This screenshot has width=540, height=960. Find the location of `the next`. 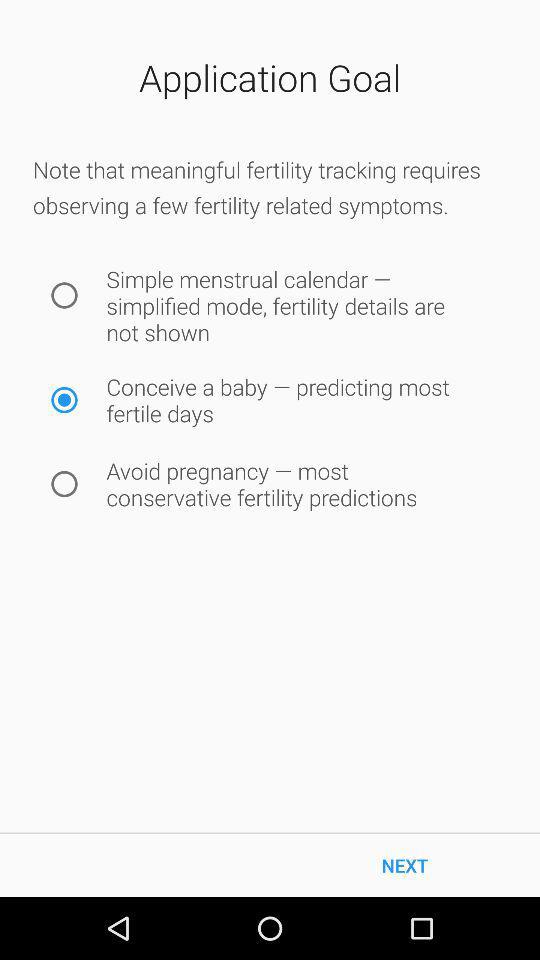

the next is located at coordinates (405, 864).